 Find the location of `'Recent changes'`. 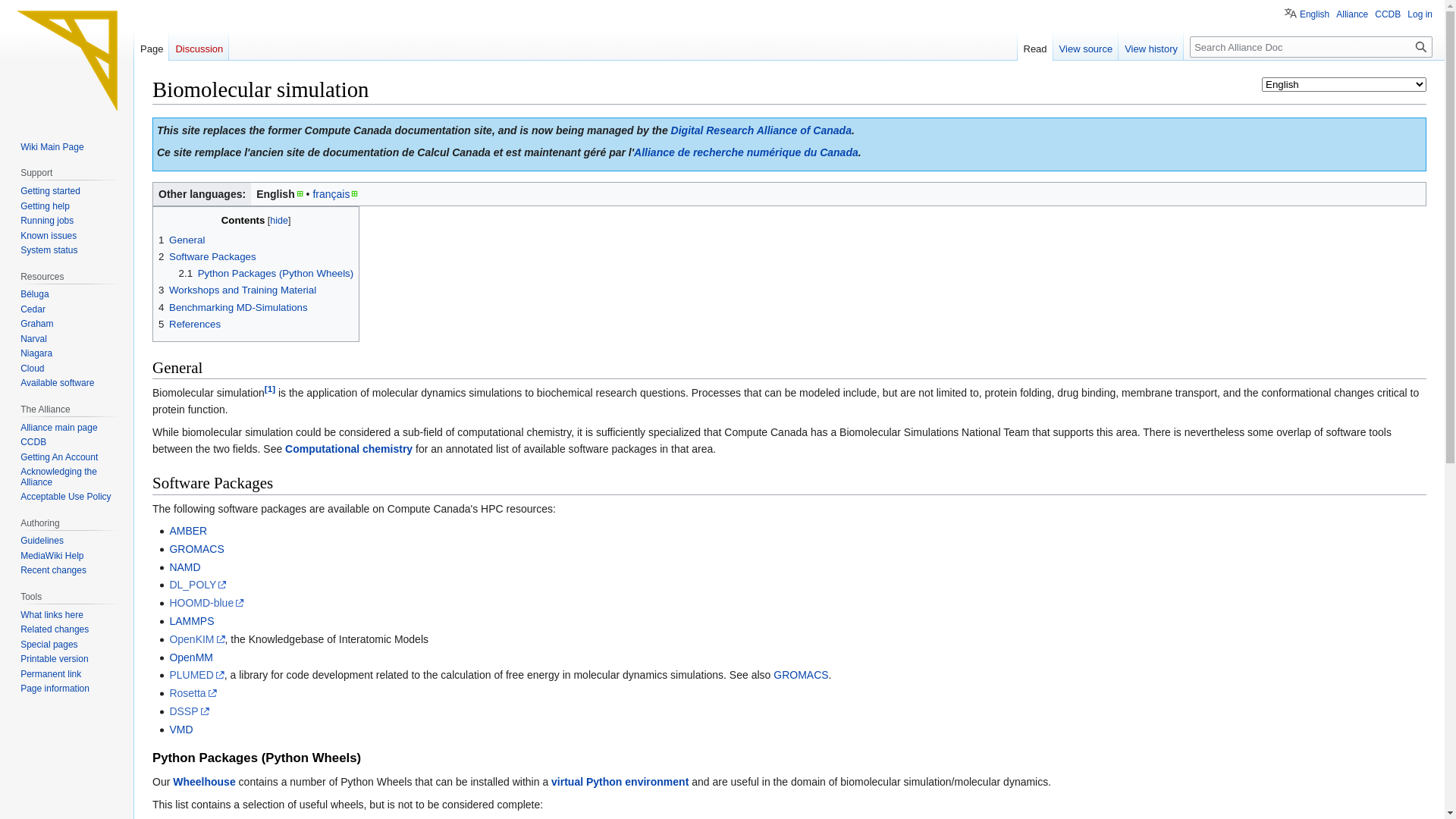

'Recent changes' is located at coordinates (53, 570).